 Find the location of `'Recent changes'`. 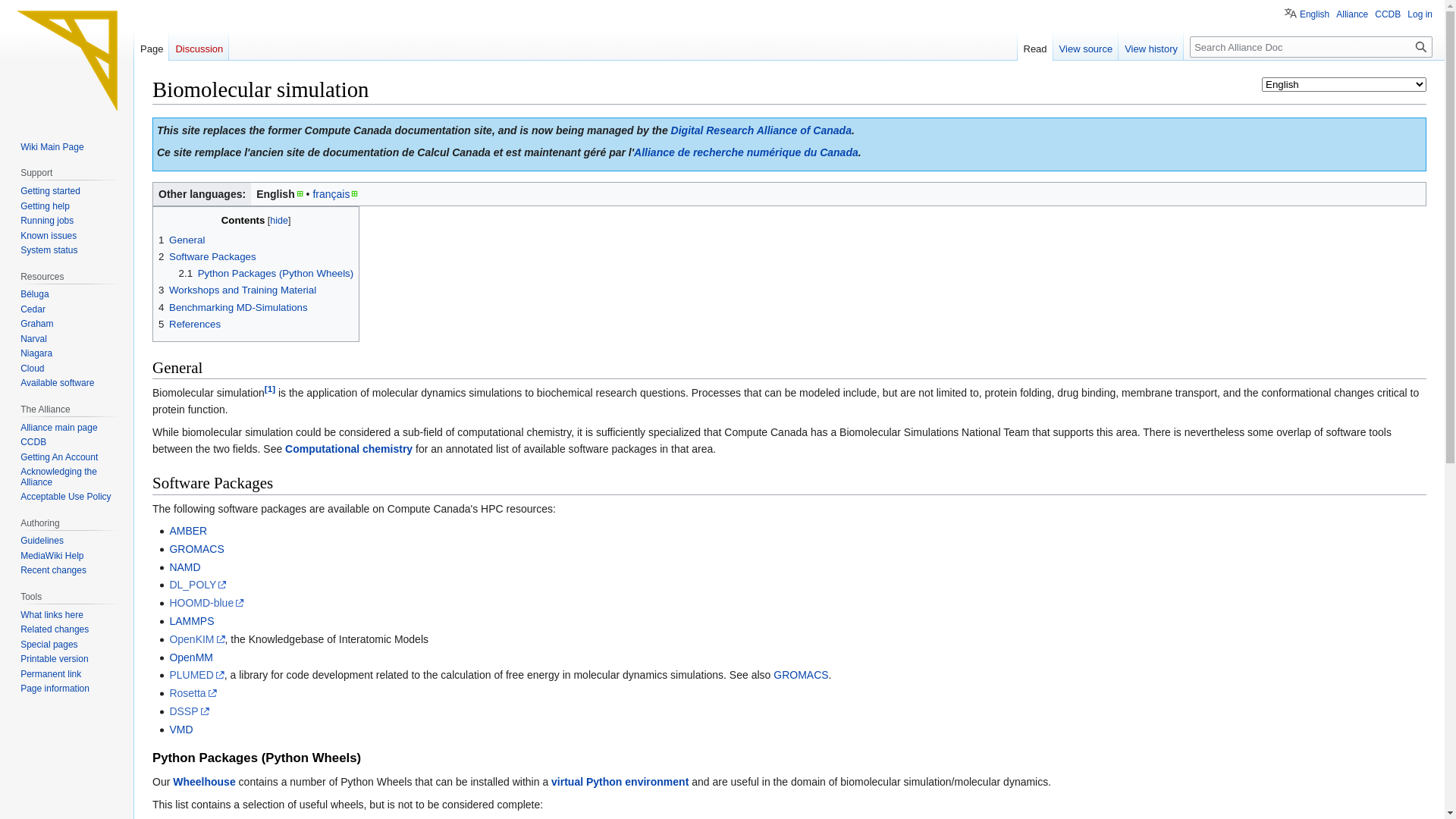

'Recent changes' is located at coordinates (53, 570).